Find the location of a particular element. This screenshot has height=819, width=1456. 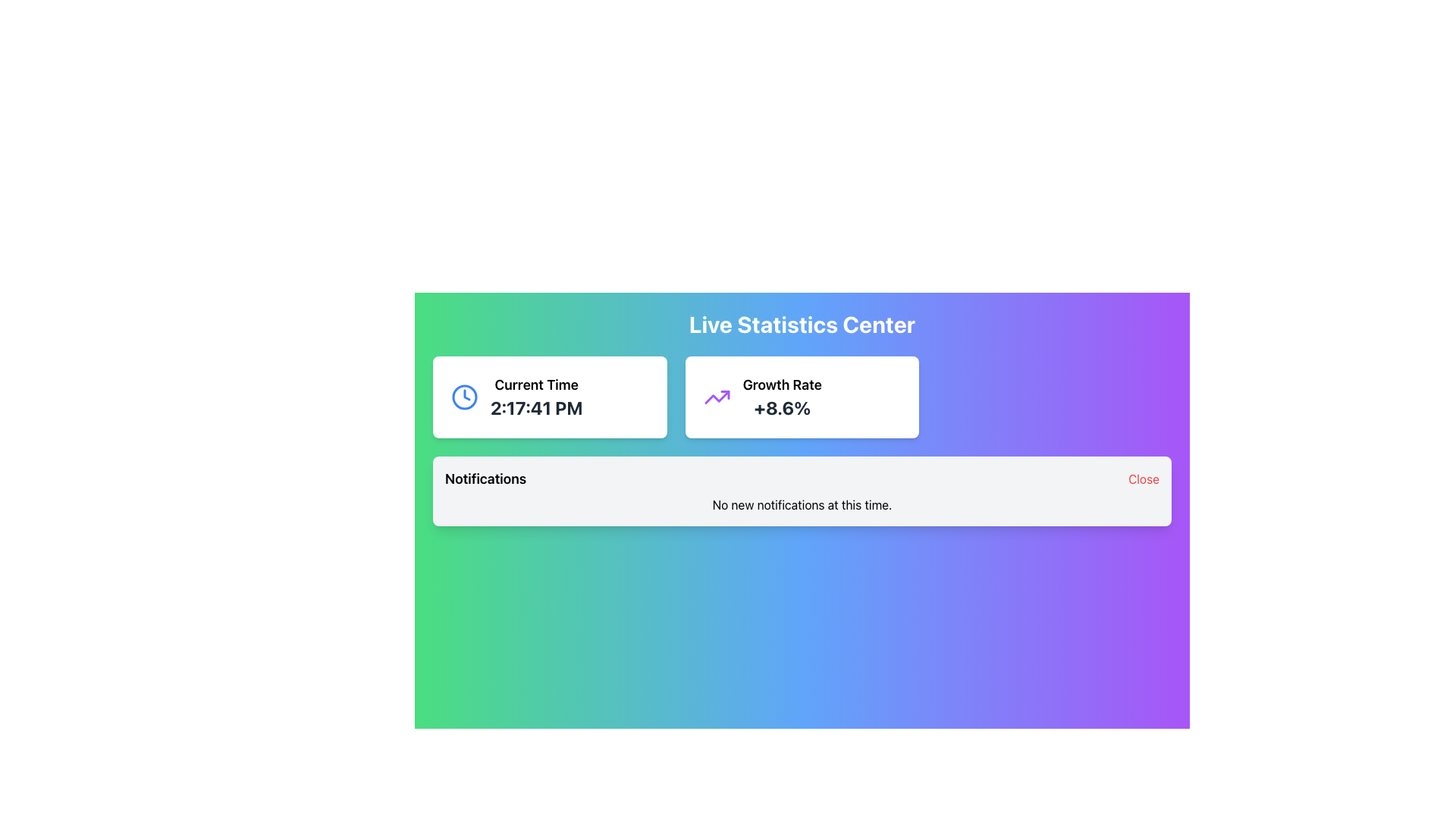

the Information Display Text element labeled 'Growth Rate' with the percentage '+8.6%' located in the top right part of the interface is located at coordinates (782, 397).